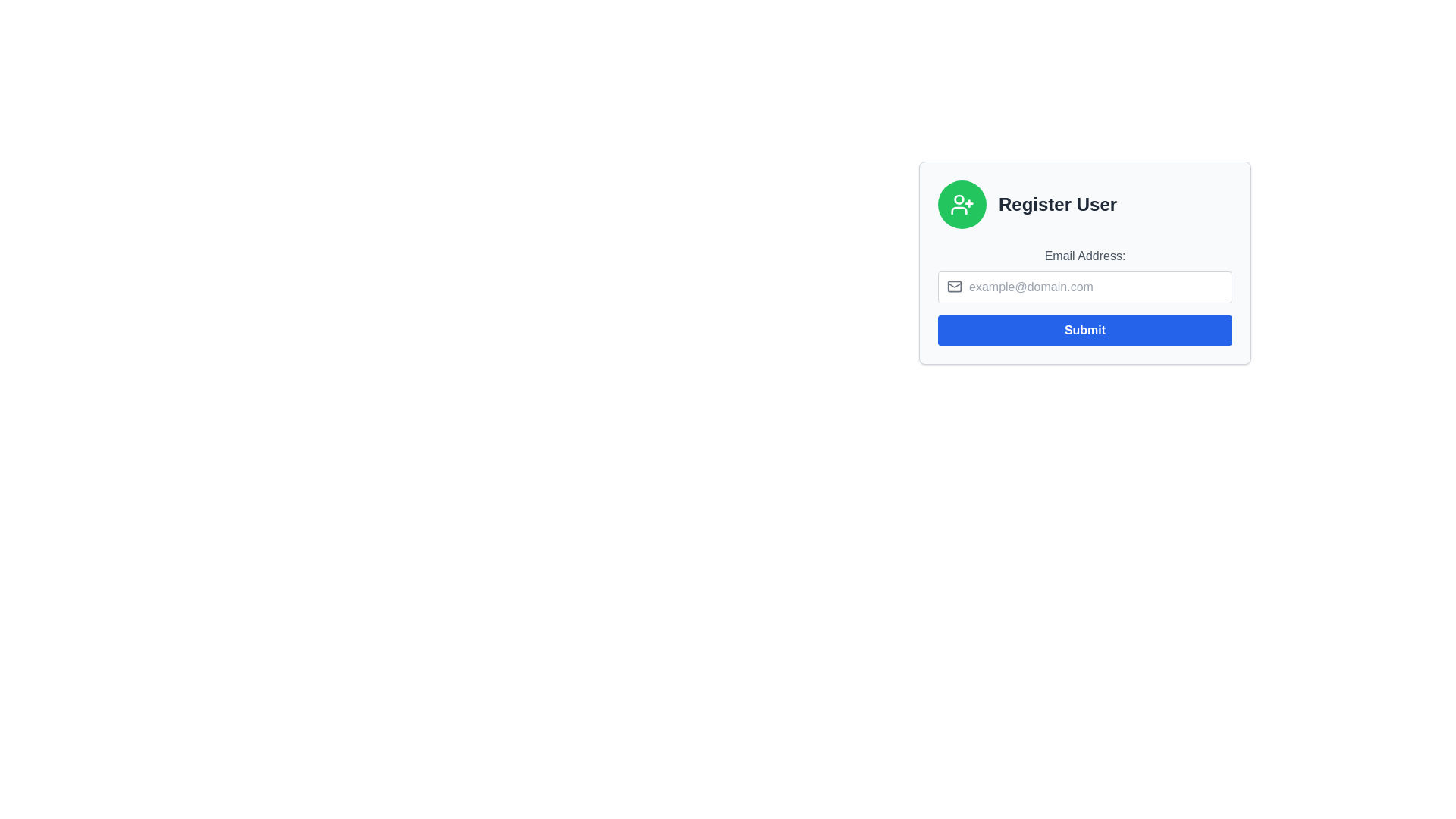  What do you see at coordinates (1057, 205) in the screenshot?
I see `the bold title text 'Register User', which is prominently displayed near the top of the user registration interface, aligned with a green user icon` at bounding box center [1057, 205].